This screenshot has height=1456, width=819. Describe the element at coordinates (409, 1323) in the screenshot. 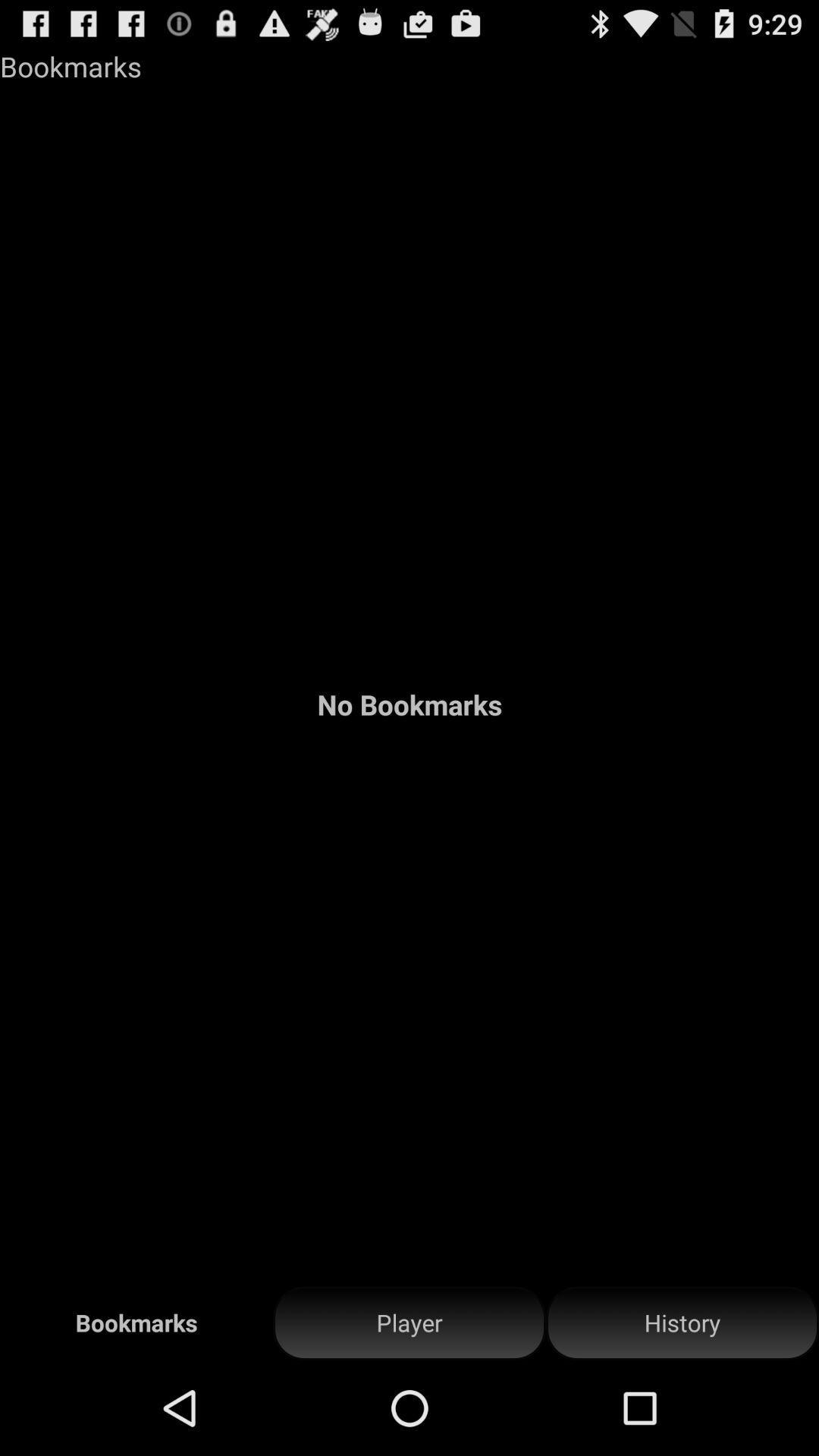

I see `item next to history item` at that location.